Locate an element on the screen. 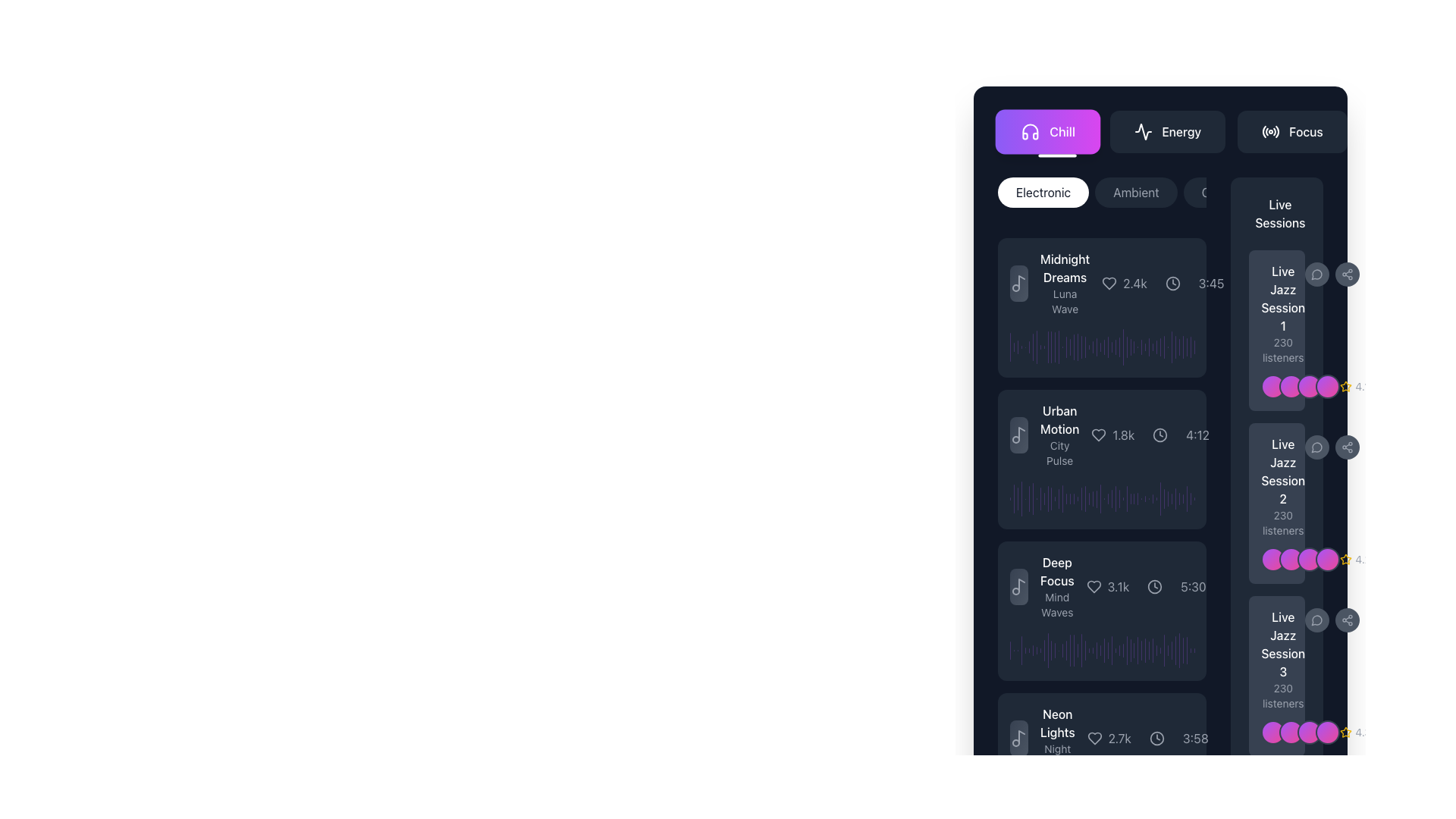  the clock icon (SVG Circle with Center Dot) that indicates the duration or start time of the music track, located to the right of the track's title and metadata is located at coordinates (1159, 435).